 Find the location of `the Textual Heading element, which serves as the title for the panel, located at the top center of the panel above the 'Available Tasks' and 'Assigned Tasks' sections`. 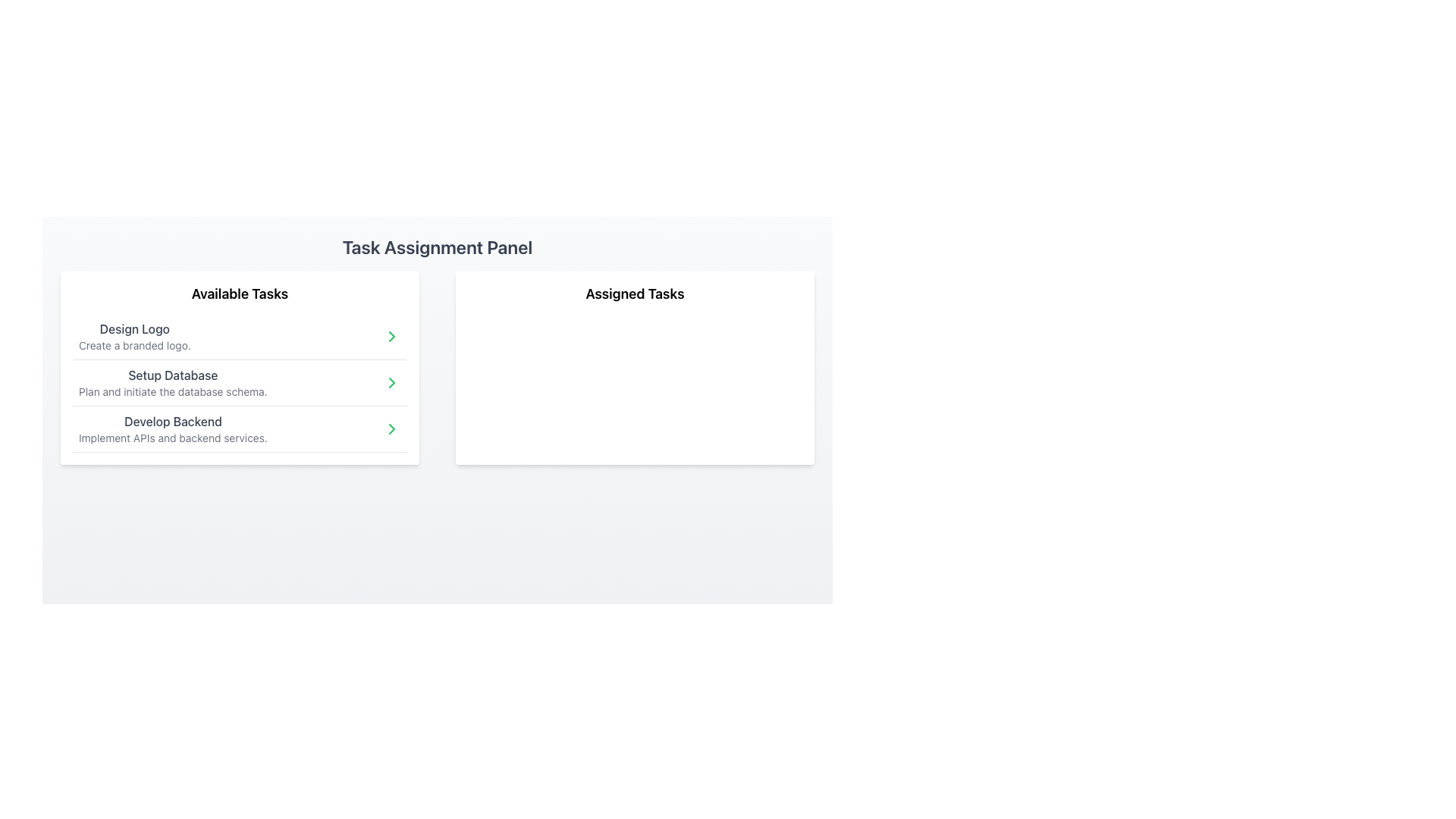

the Textual Heading element, which serves as the title for the panel, located at the top center of the panel above the 'Available Tasks' and 'Assigned Tasks' sections is located at coordinates (436, 246).